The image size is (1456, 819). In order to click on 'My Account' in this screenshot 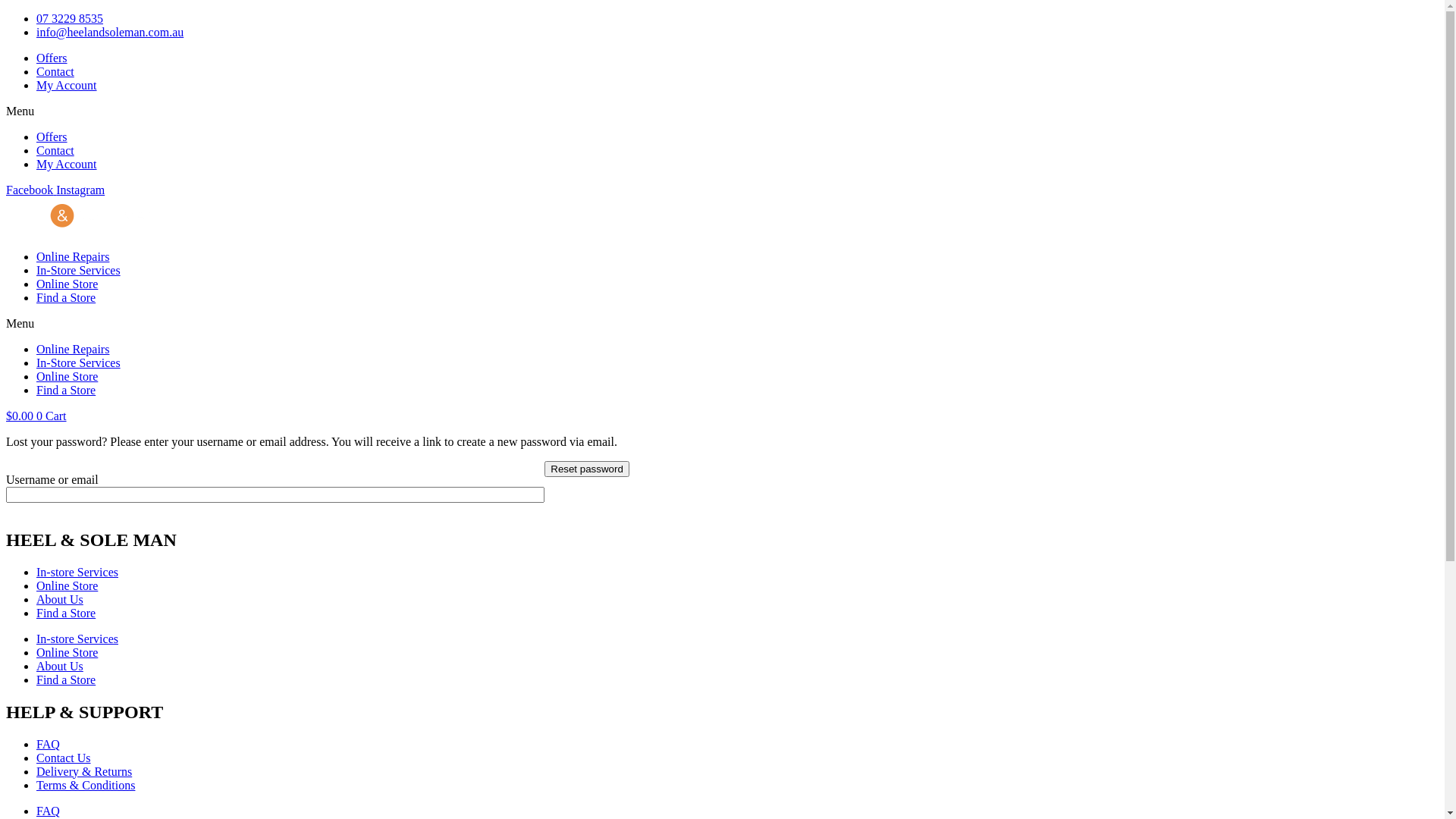, I will do `click(65, 85)`.